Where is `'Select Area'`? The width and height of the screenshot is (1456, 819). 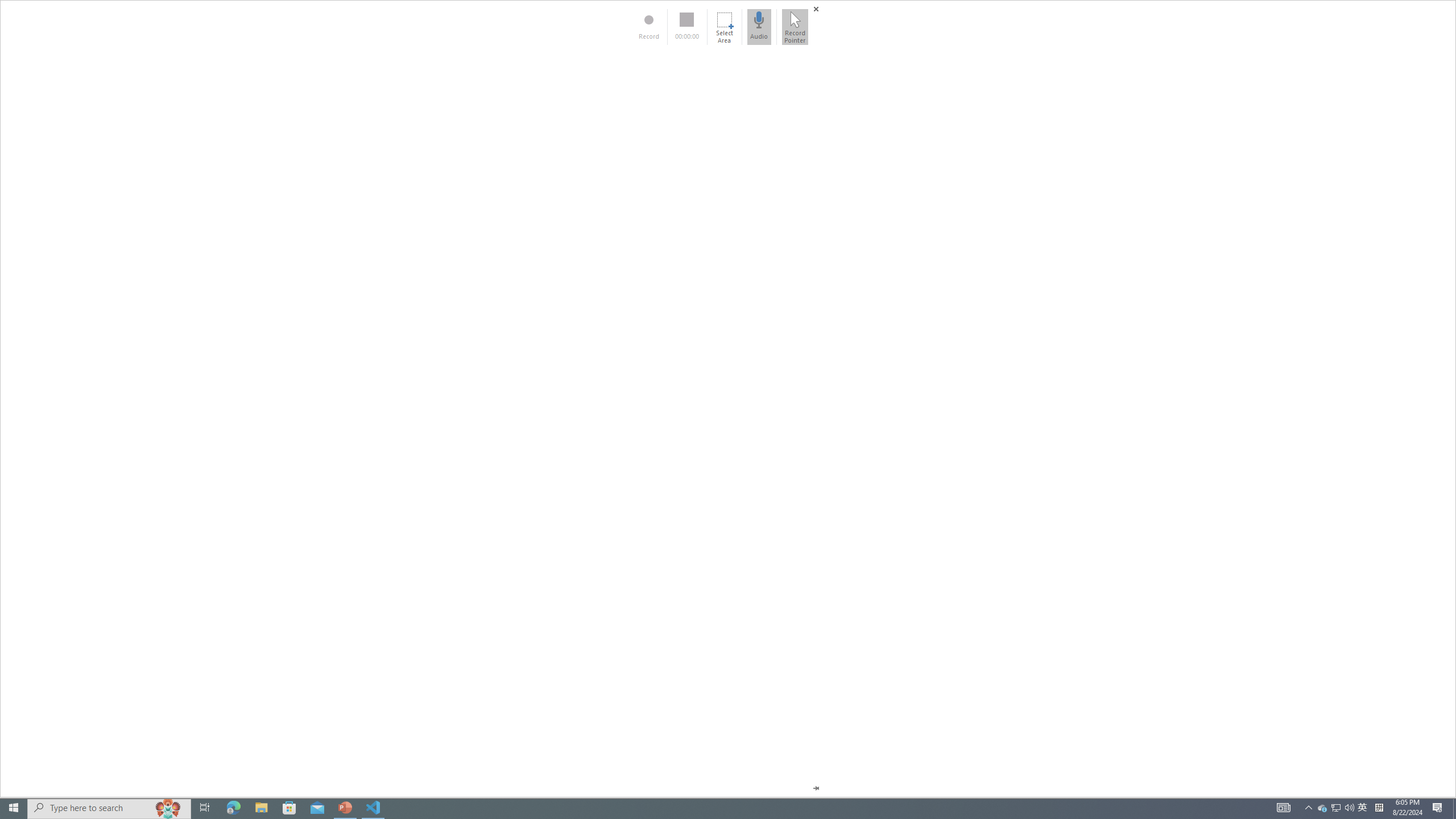 'Select Area' is located at coordinates (723, 26).